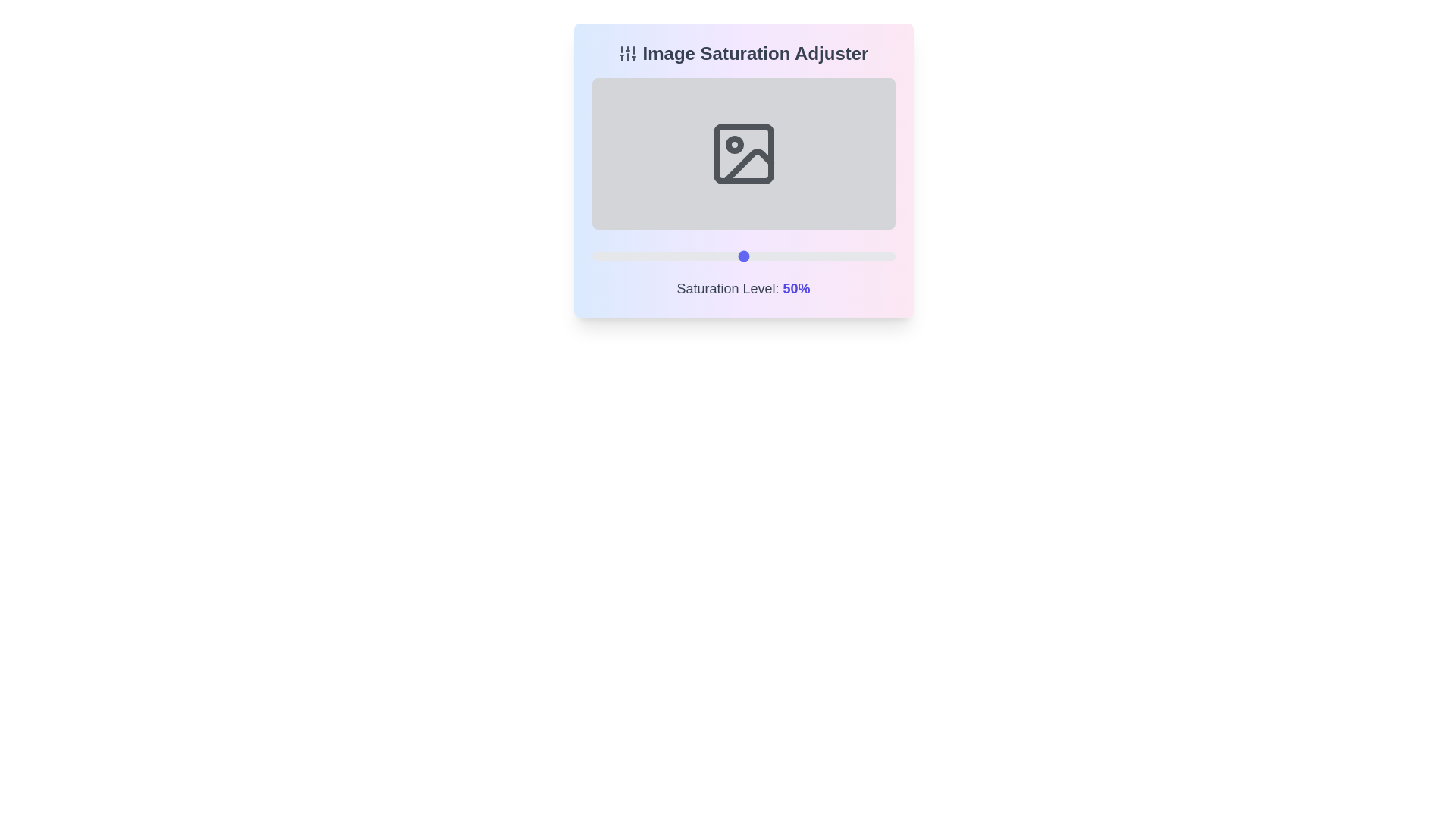  Describe the element at coordinates (682, 256) in the screenshot. I see `the saturation level to 30% by interacting with the slider` at that location.